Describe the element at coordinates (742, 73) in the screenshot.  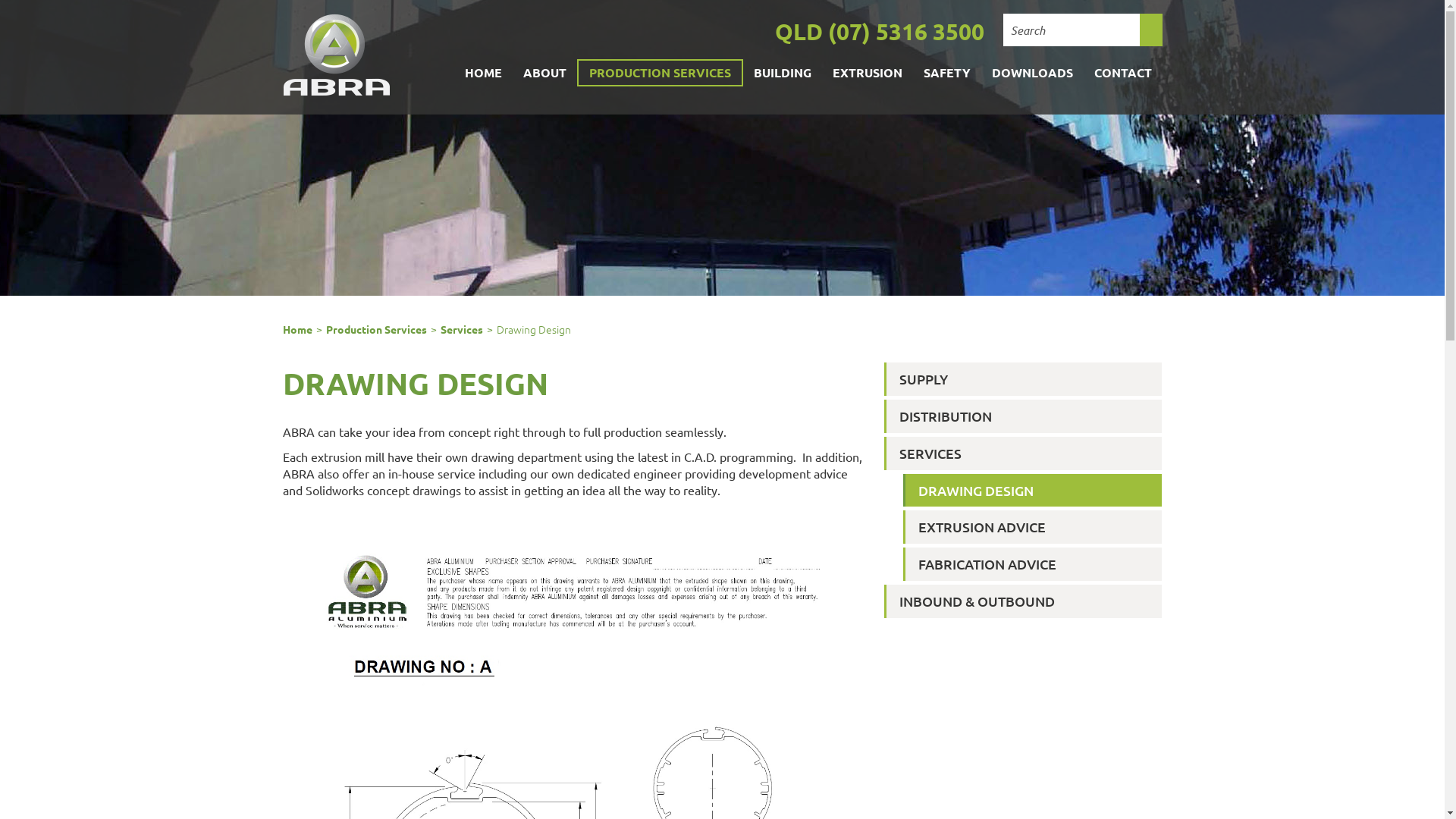
I see `'BUILDING'` at that location.